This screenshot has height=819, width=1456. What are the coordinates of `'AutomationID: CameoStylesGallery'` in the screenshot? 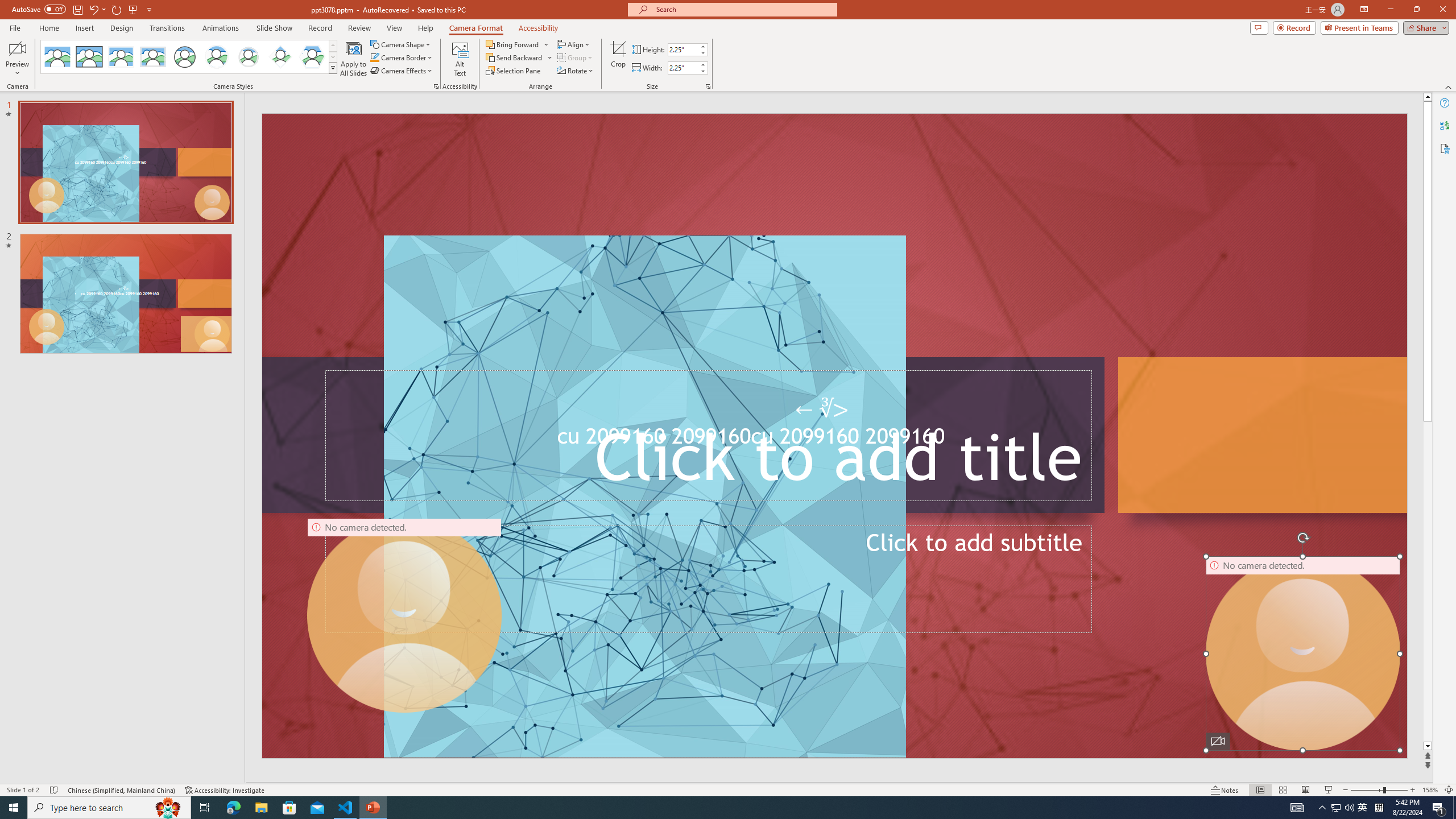 It's located at (188, 56).